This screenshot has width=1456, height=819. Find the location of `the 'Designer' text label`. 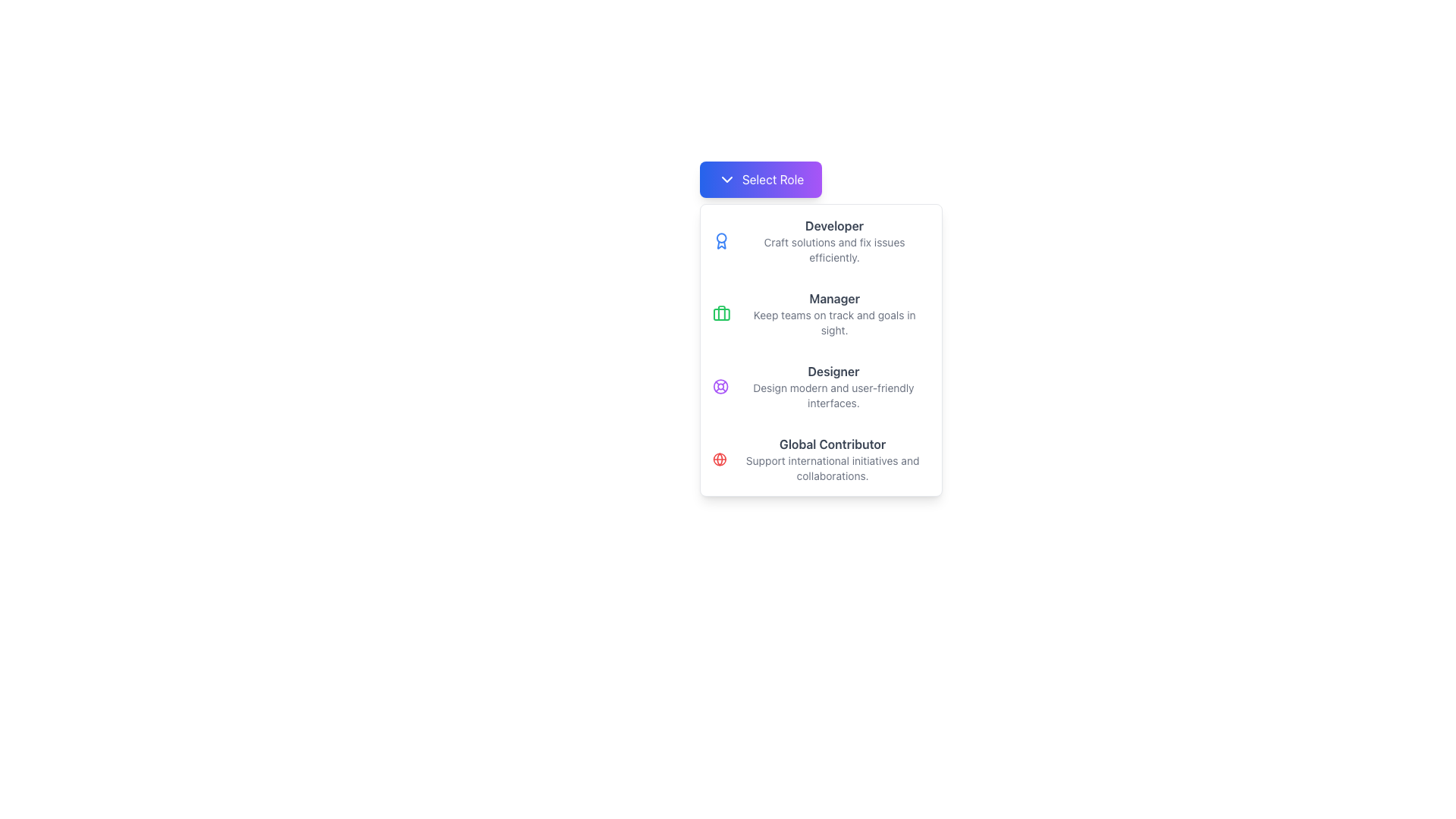

the 'Designer' text label is located at coordinates (833, 385).